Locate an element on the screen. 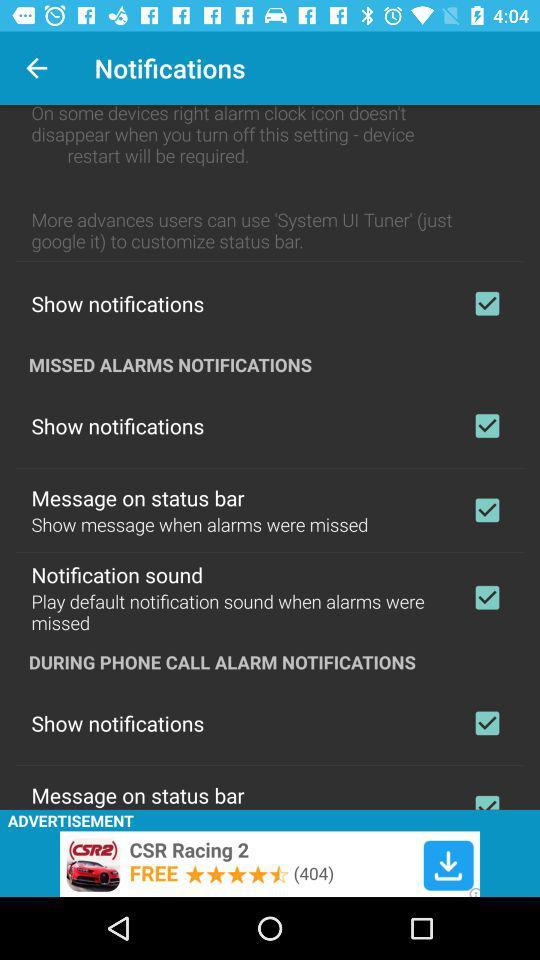 The height and width of the screenshot is (960, 540). select putturn is located at coordinates (486, 798).